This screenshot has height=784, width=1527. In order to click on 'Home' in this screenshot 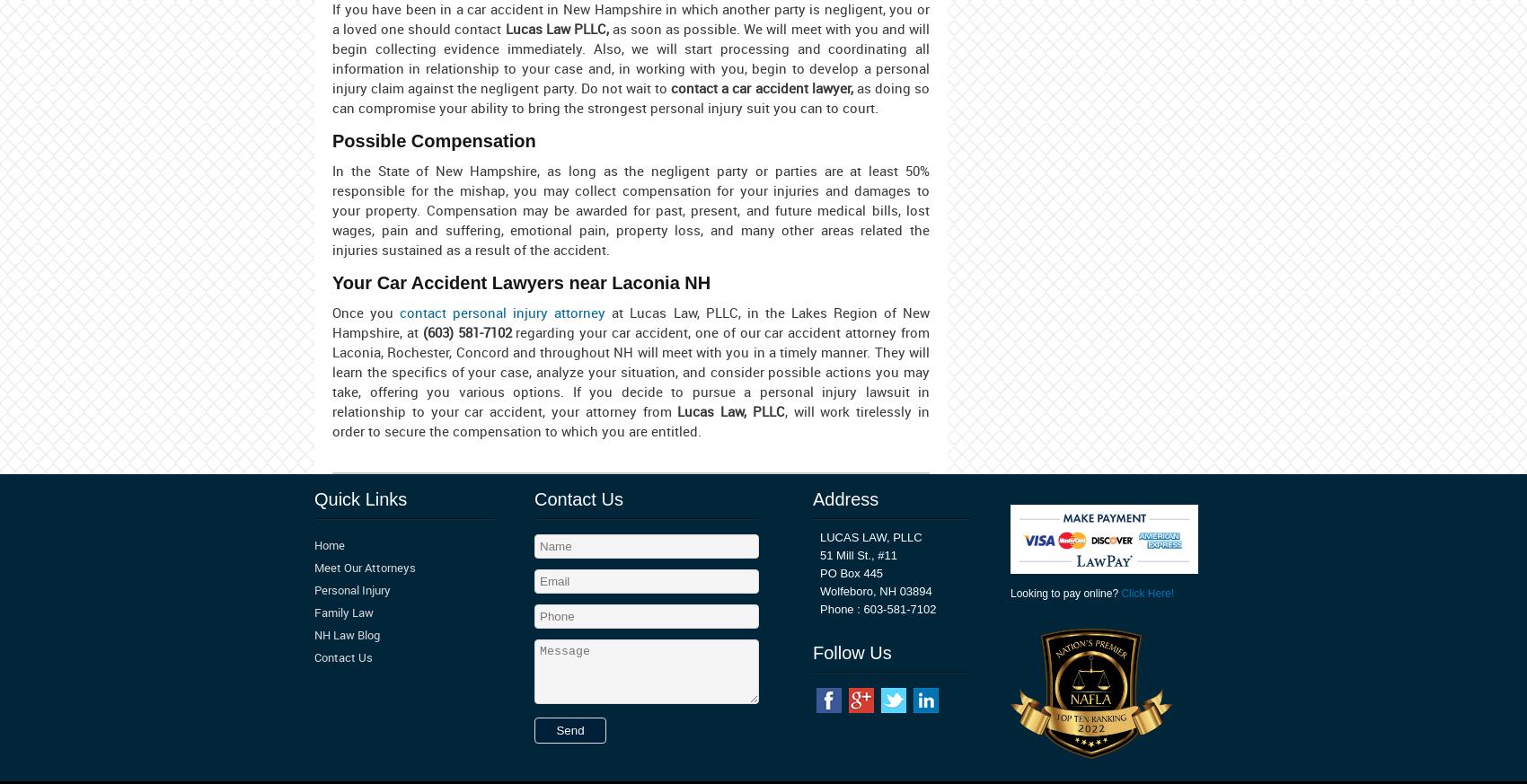, I will do `click(313, 543)`.